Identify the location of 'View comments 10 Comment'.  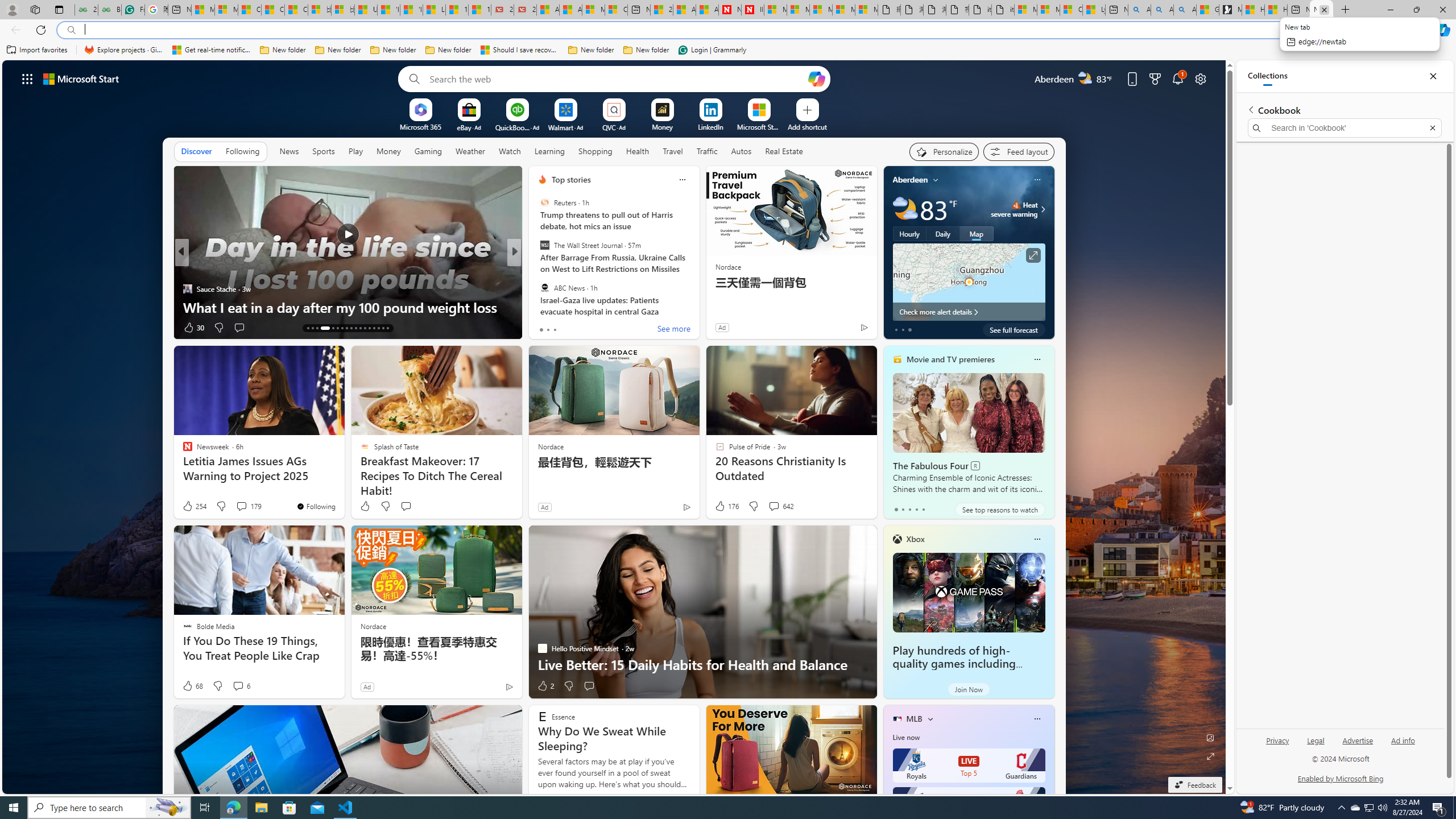
(594, 327).